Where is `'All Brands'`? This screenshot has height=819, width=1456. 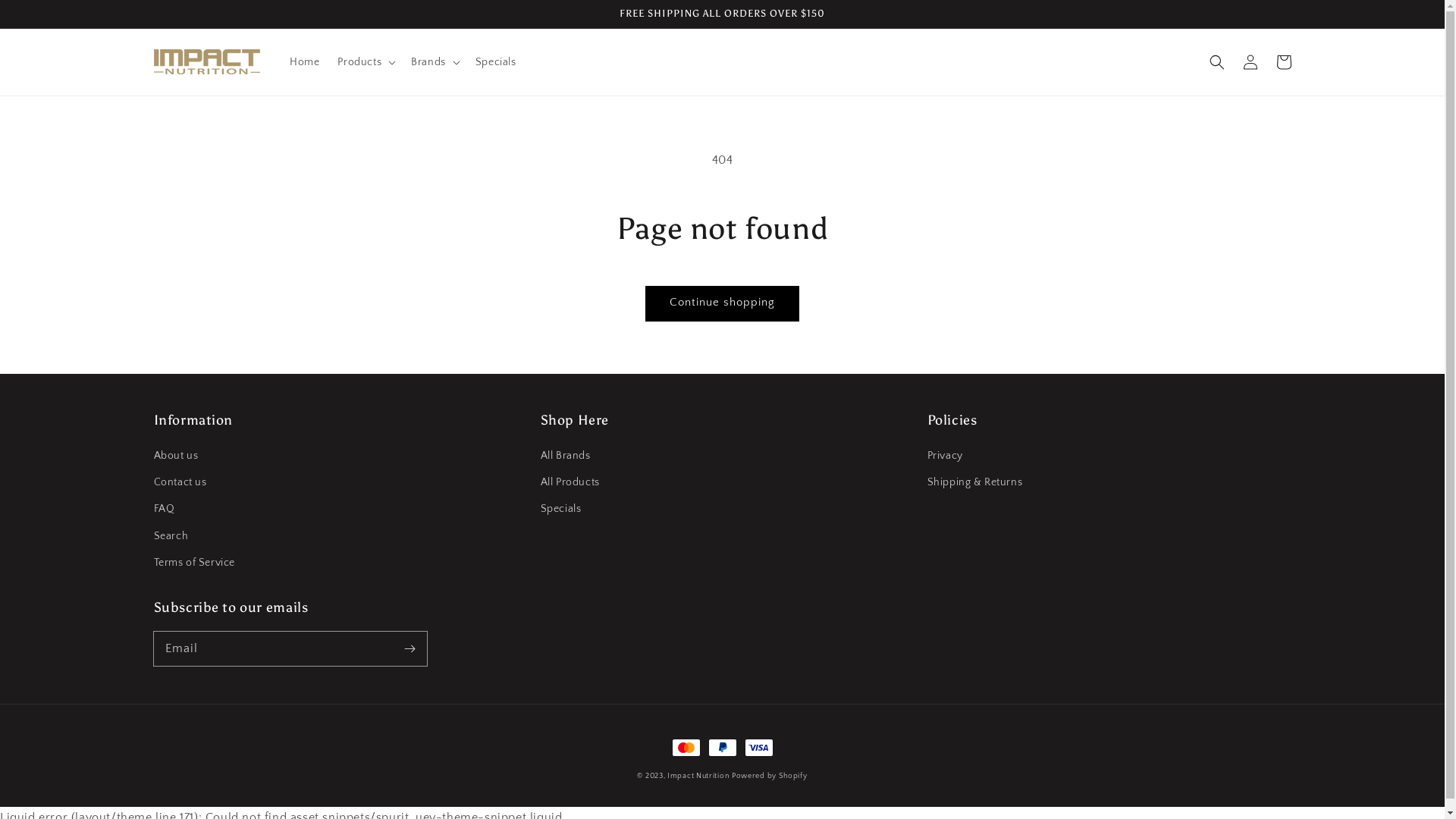 'All Brands' is located at coordinates (563, 457).